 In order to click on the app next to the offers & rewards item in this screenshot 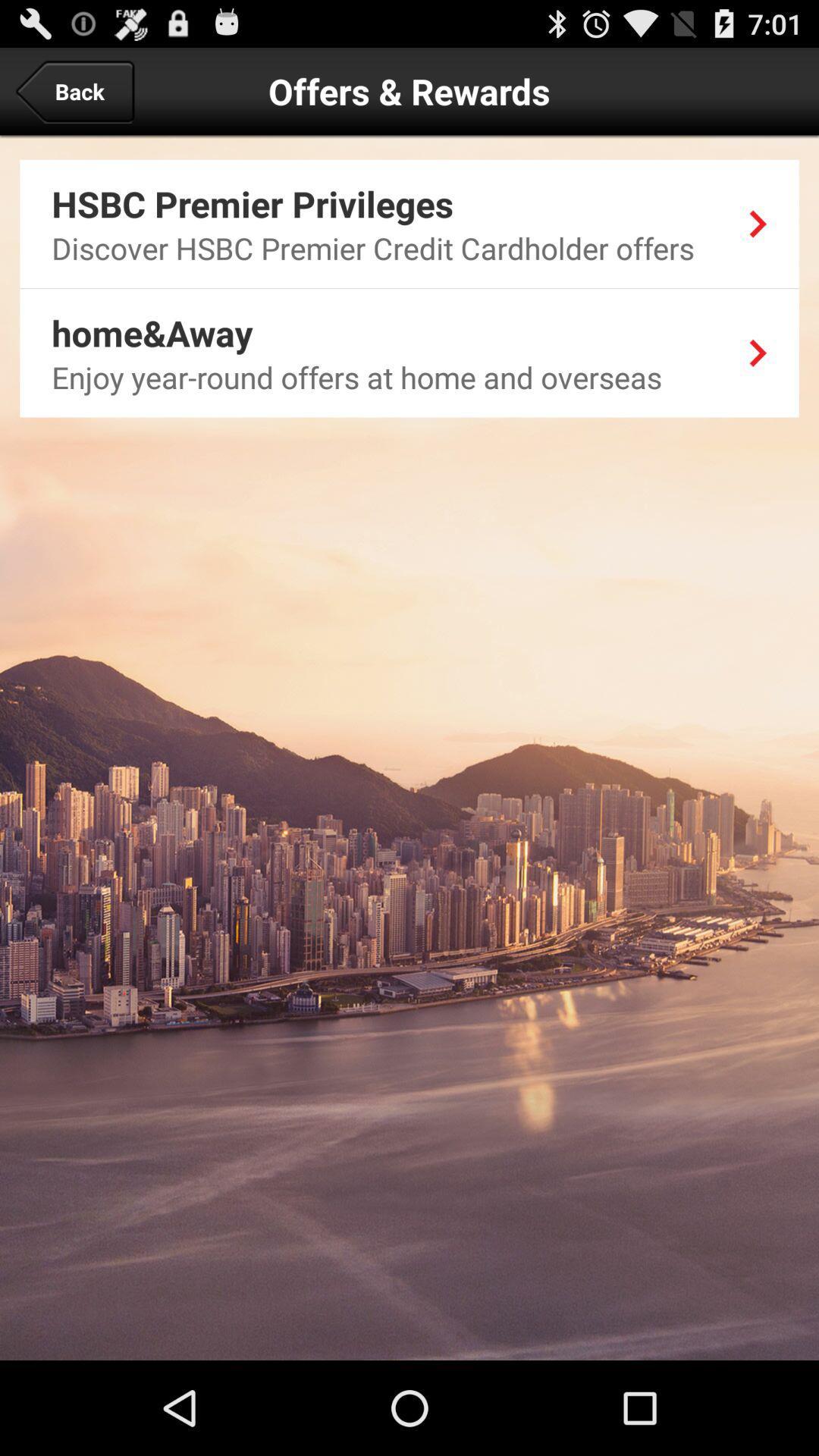, I will do `click(74, 90)`.